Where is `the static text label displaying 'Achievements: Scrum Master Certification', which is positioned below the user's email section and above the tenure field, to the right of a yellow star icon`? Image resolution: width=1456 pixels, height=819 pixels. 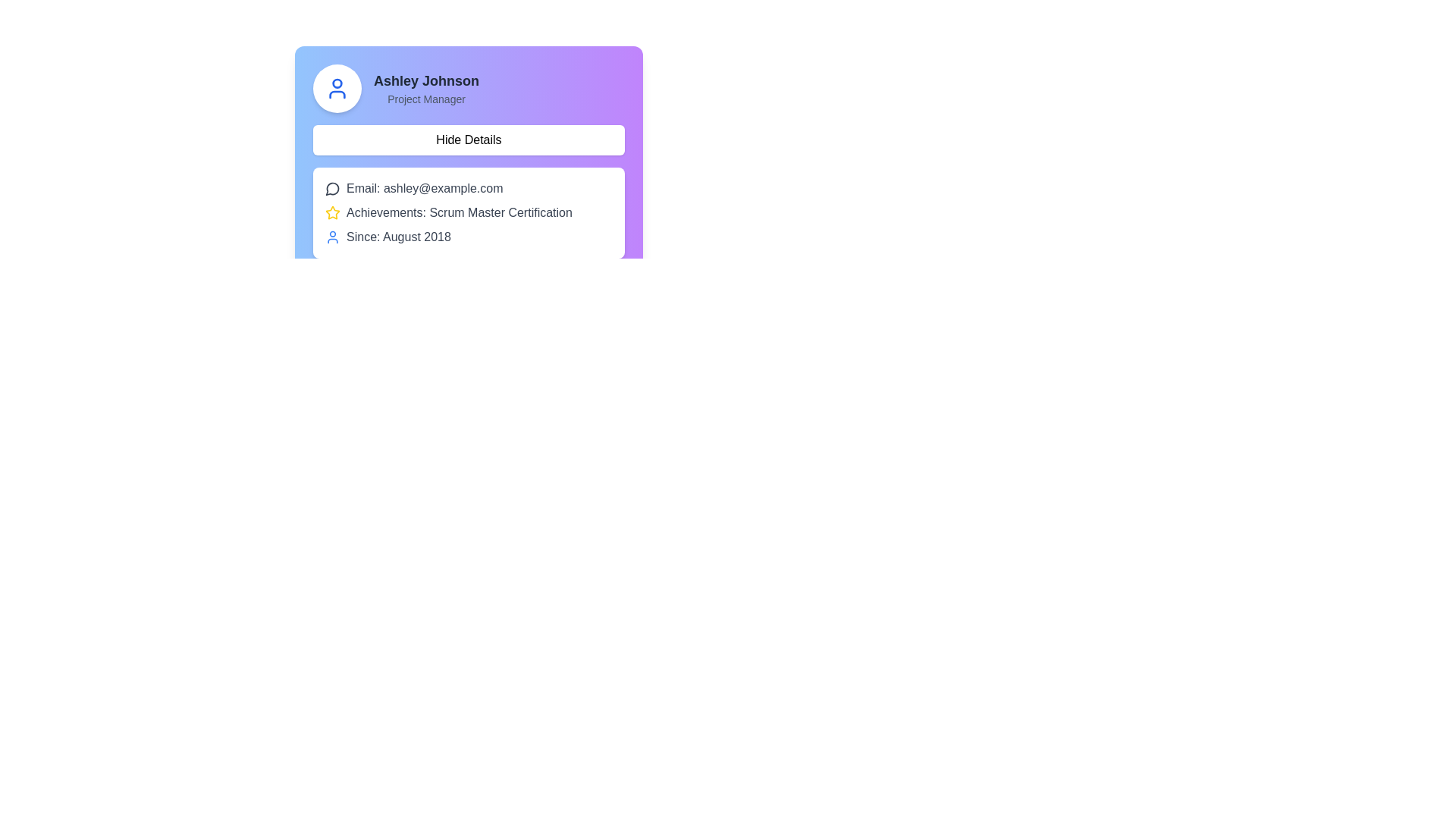
the static text label displaying 'Achievements: Scrum Master Certification', which is positioned below the user's email section and above the tenure field, to the right of a yellow star icon is located at coordinates (458, 213).